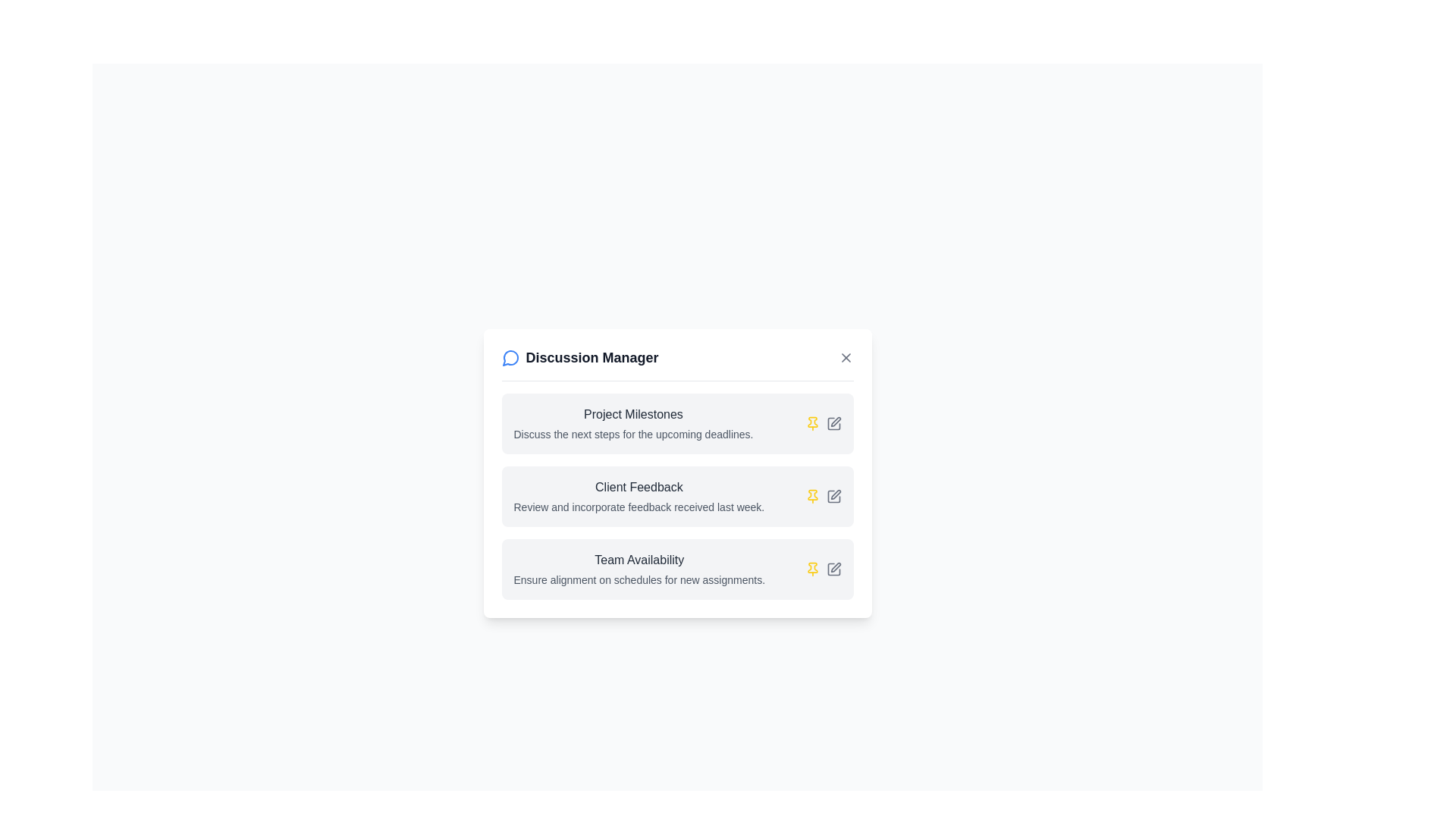  What do you see at coordinates (510, 357) in the screenshot?
I see `the circular outlined speech bubble icon, which is blue and white, located to the right of the 'Discussion Manager' text to associate it with the discussion-related features` at bounding box center [510, 357].